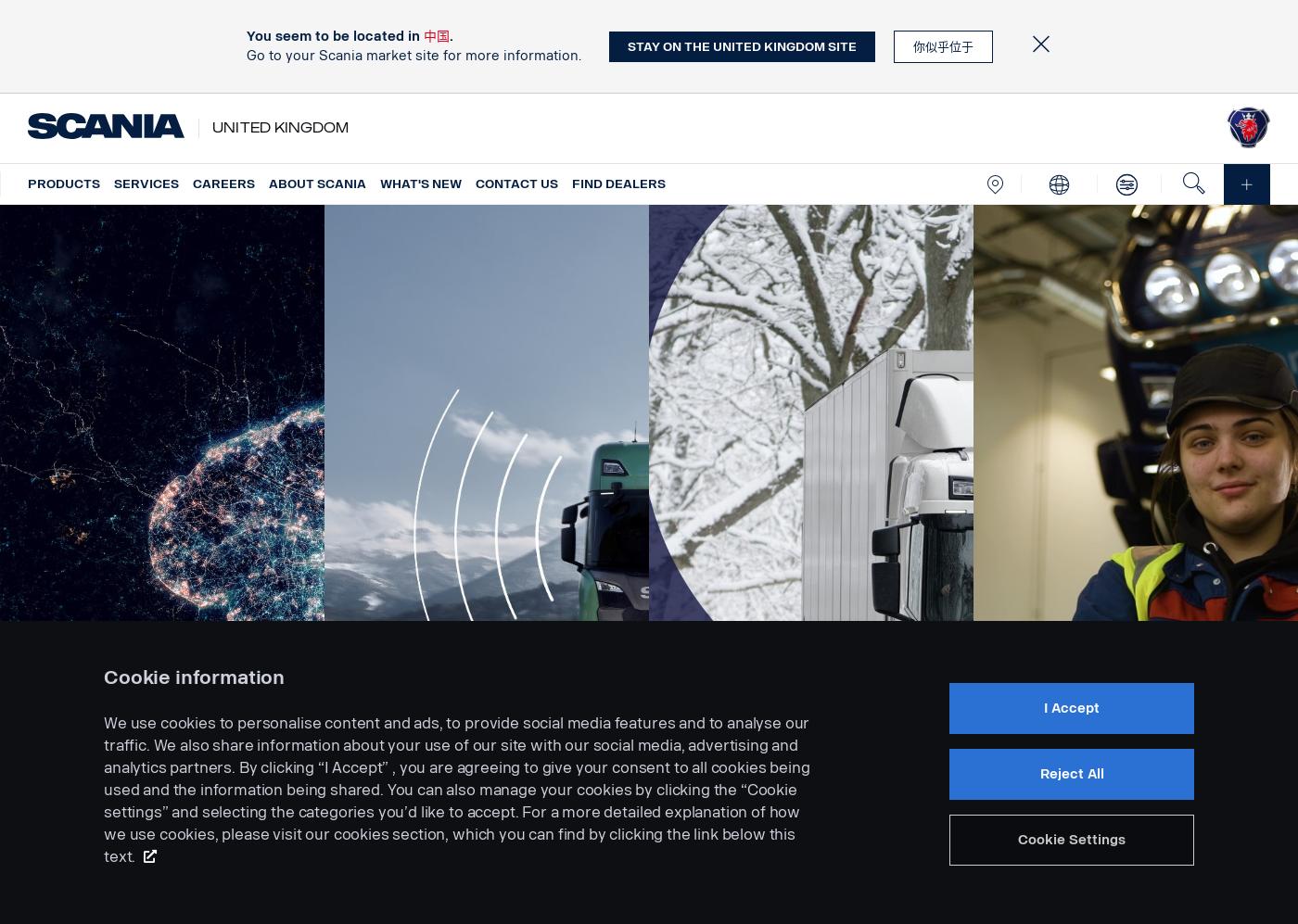 This screenshot has height=924, width=1298. Describe the element at coordinates (801, 809) in the screenshot. I see `'The road to safety'` at that location.